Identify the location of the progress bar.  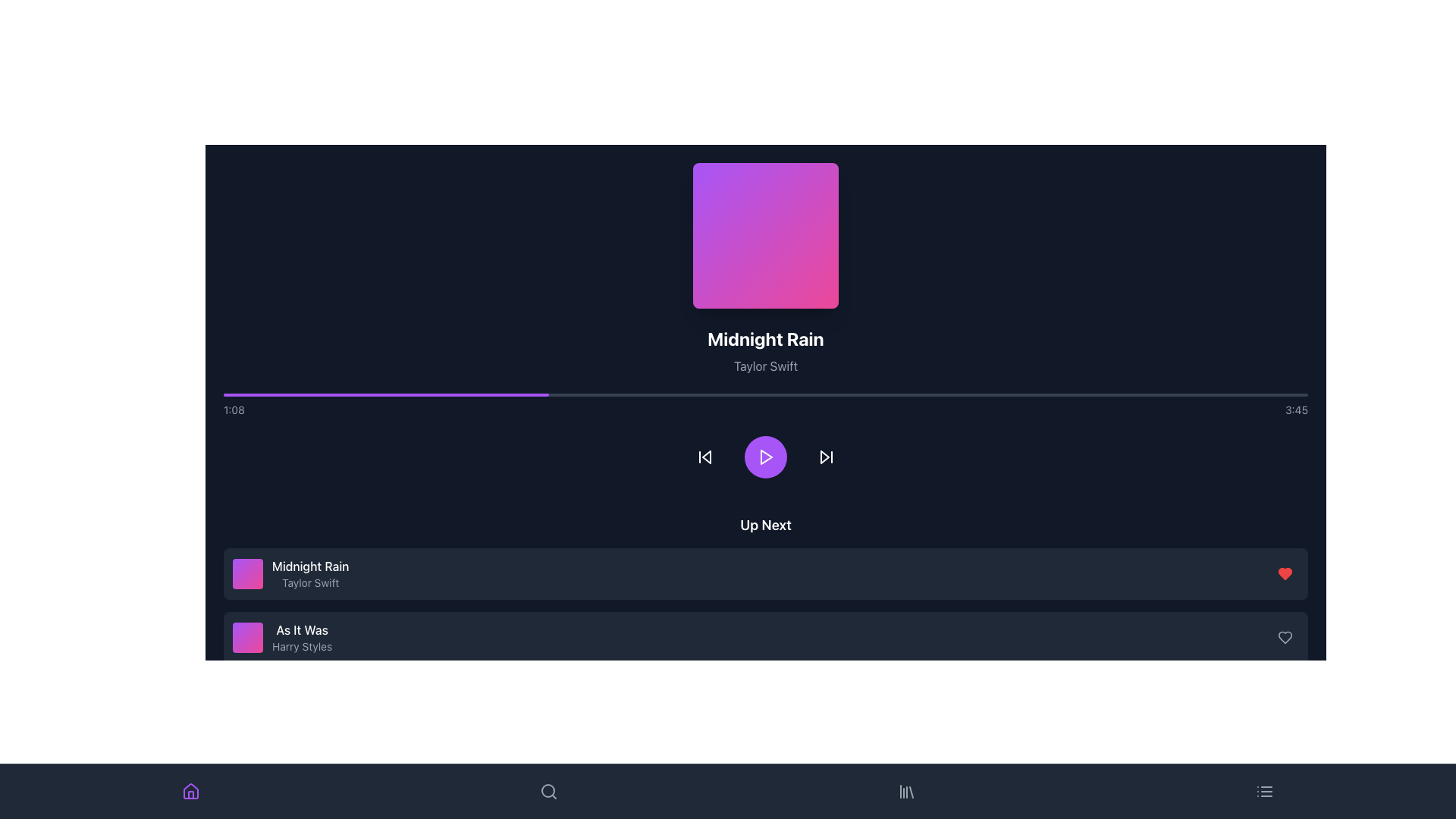
(269, 394).